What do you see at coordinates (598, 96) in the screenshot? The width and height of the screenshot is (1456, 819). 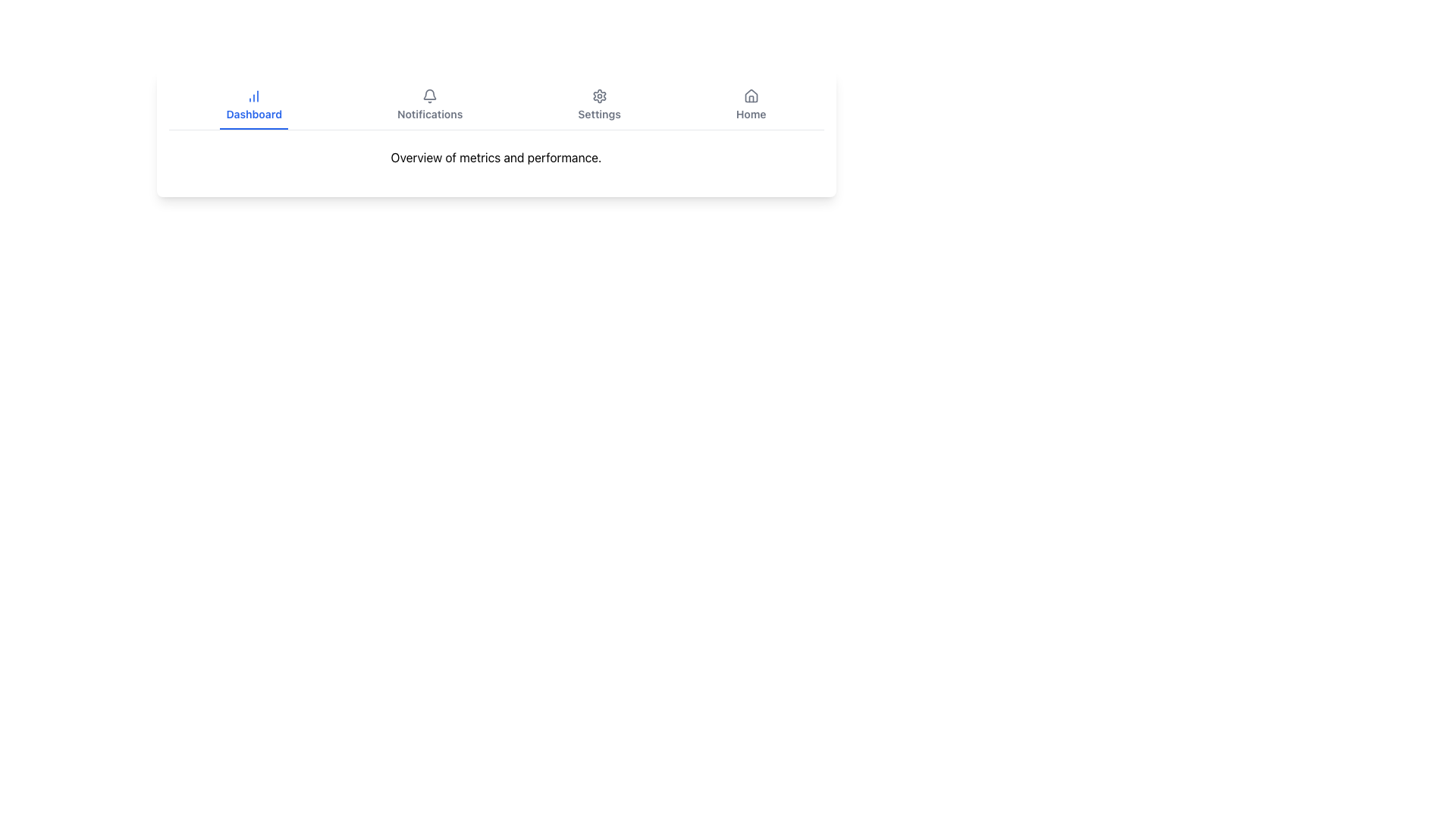 I see `the settings icon, which is a cogwheel design located in the middle of the navigation bar under the 'Settings' label` at bounding box center [598, 96].